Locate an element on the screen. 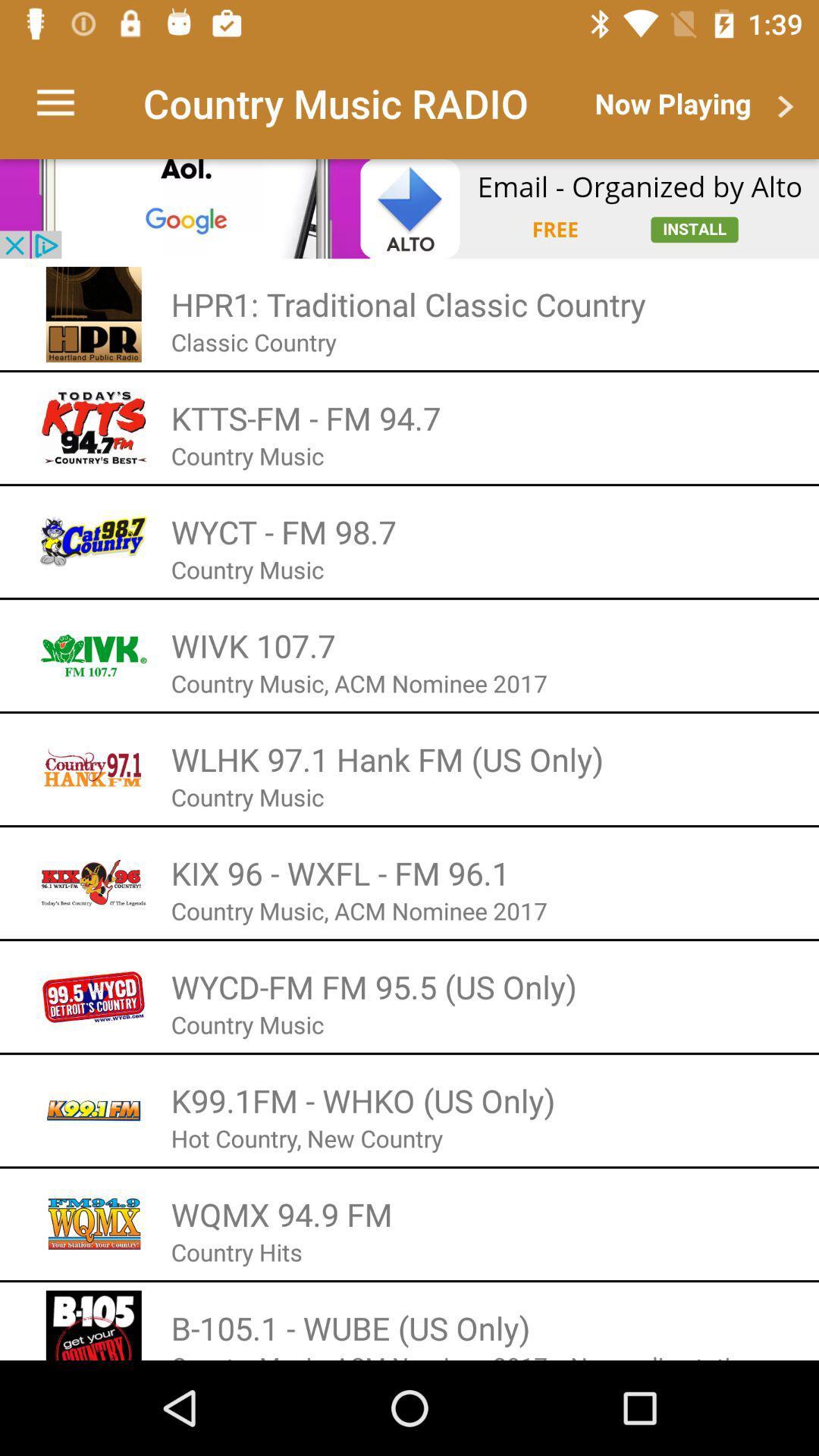  switch autoplay option button is located at coordinates (409, 208).